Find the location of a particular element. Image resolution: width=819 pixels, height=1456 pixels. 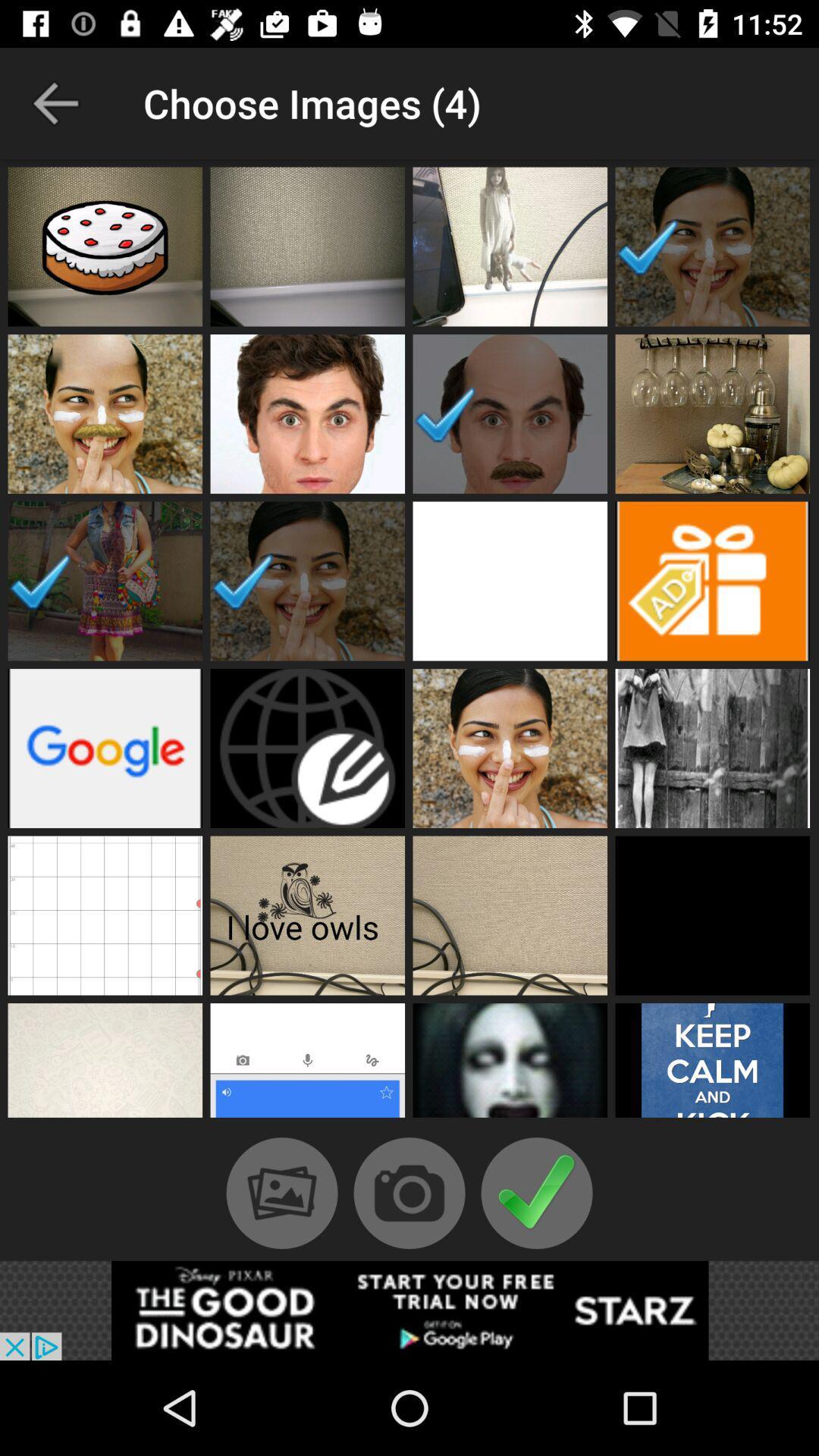

share the article is located at coordinates (409, 1310).